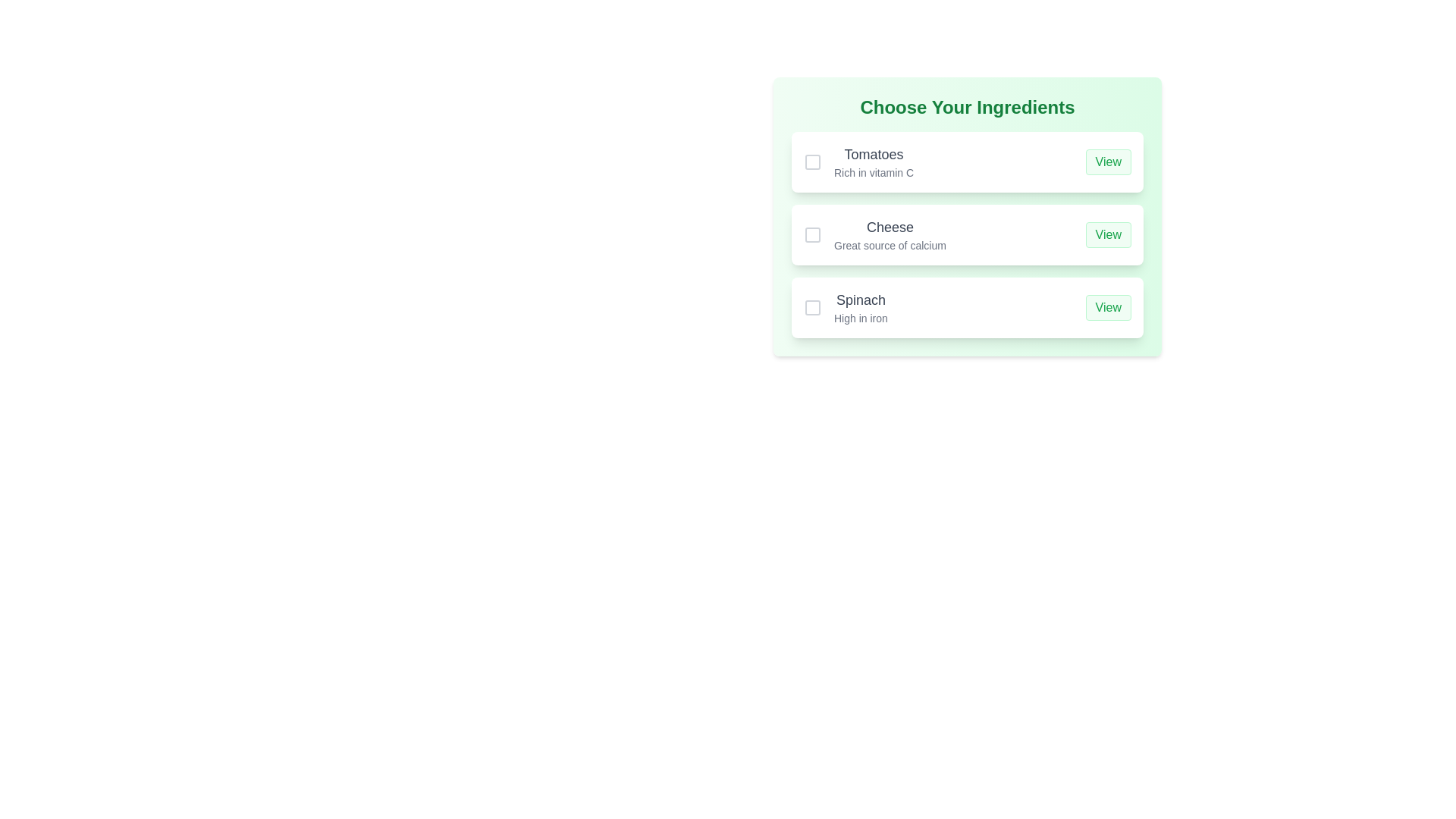 The image size is (1456, 819). Describe the element at coordinates (811, 307) in the screenshot. I see `the checkbox located to the left of the 'Spinach' label` at that location.